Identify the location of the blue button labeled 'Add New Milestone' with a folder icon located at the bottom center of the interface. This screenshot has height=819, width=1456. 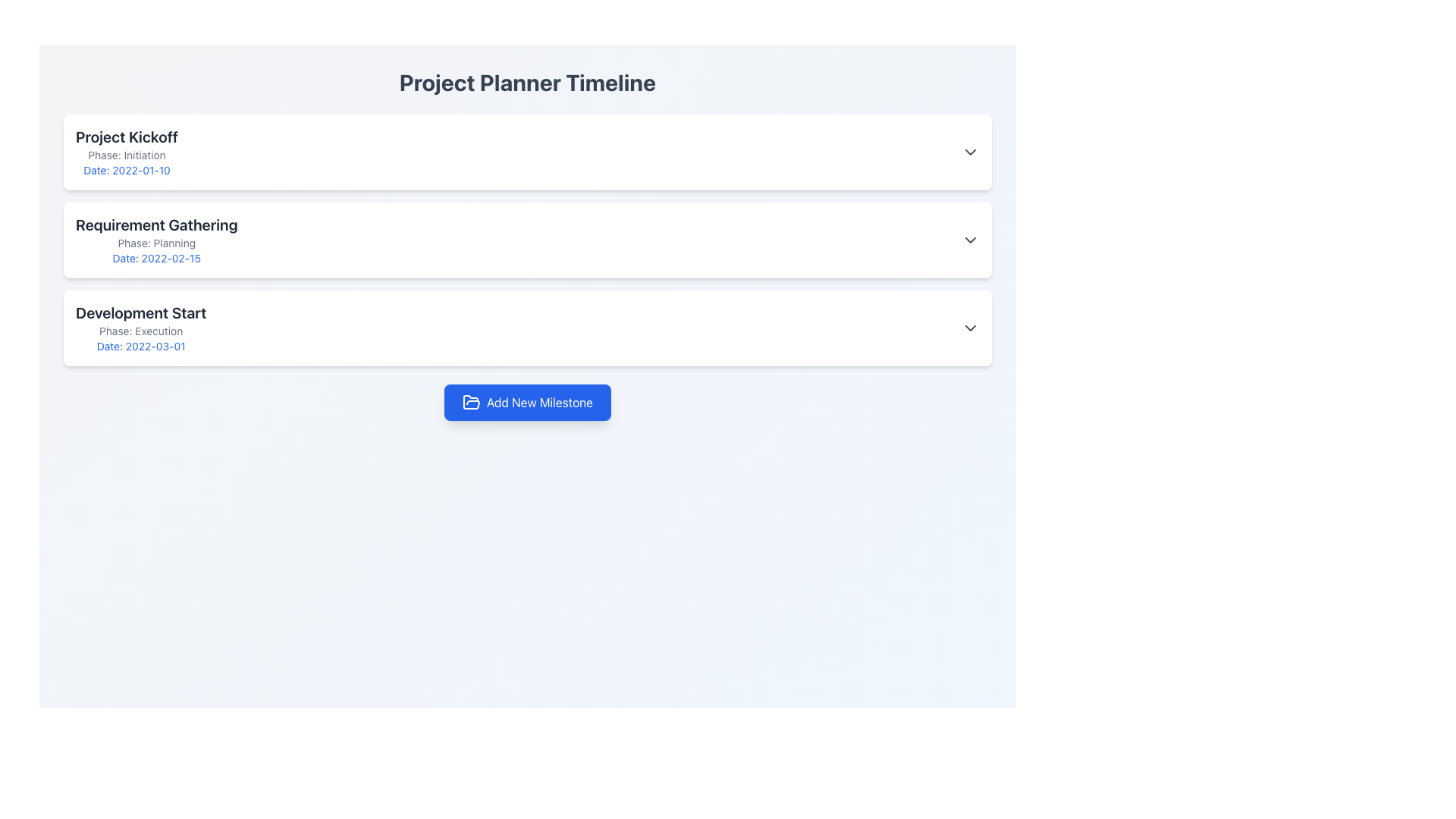
(528, 402).